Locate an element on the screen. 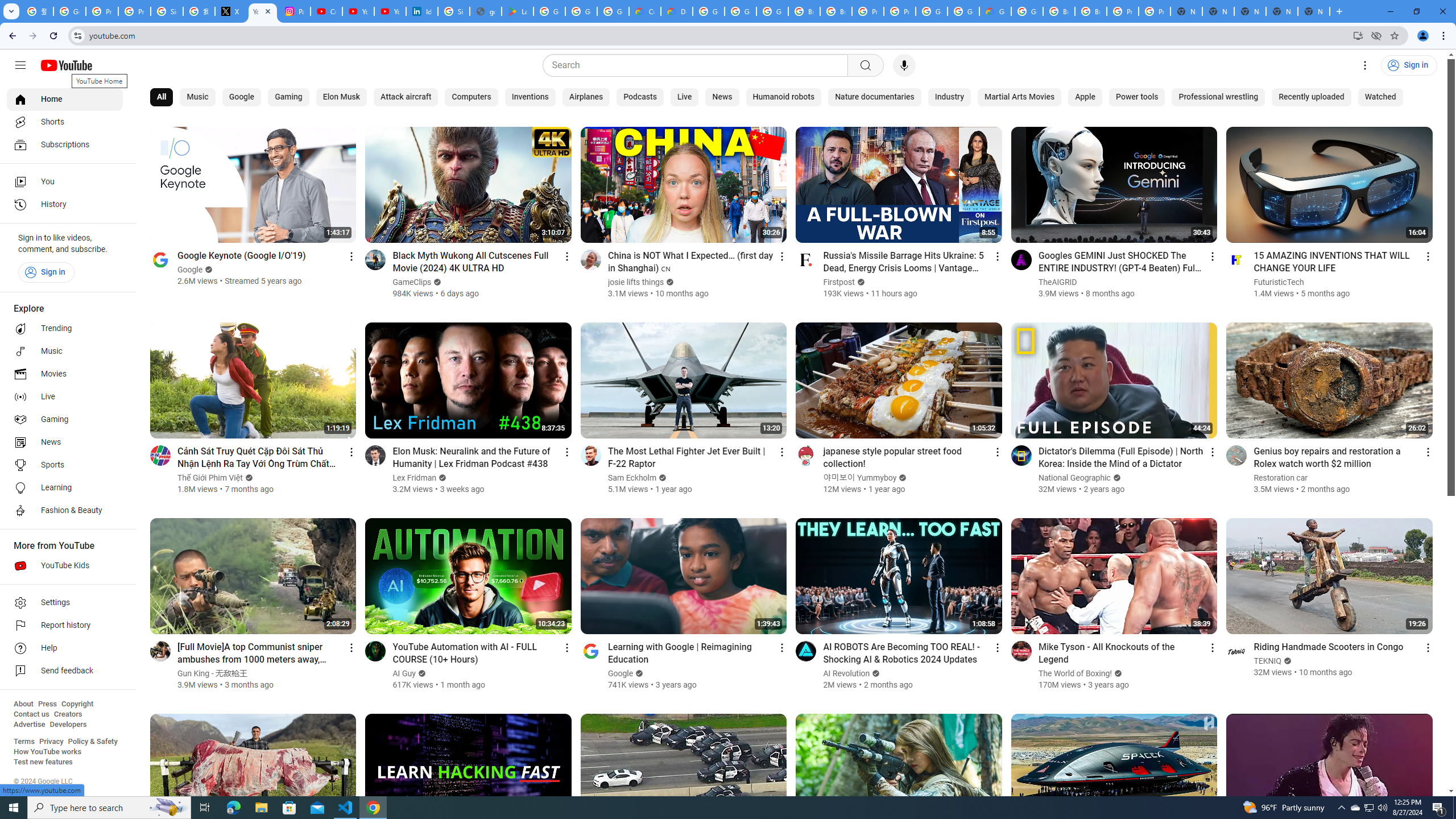 This screenshot has height=819, width=1456. 'The World of Boxing!' is located at coordinates (1075, 673).